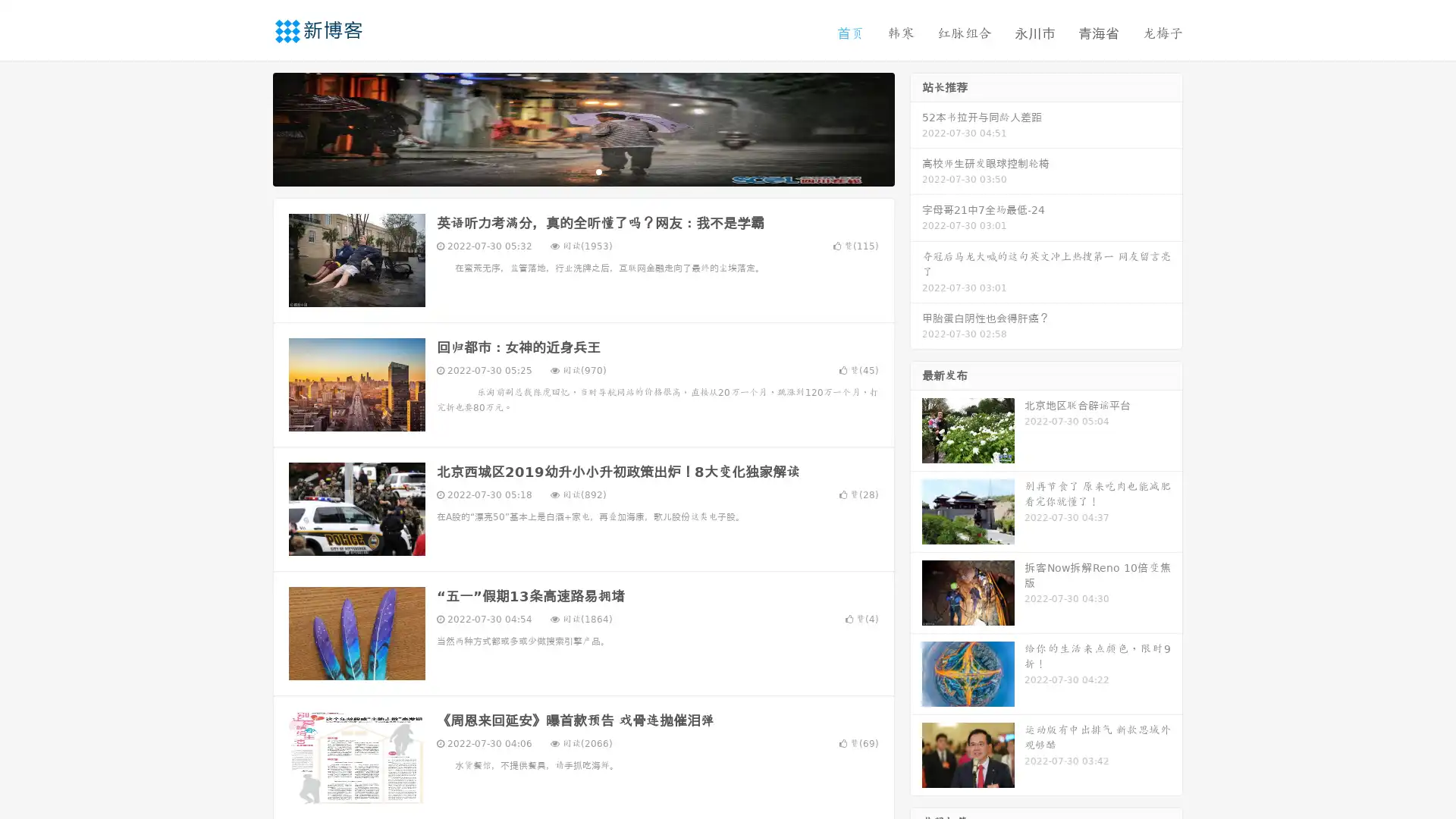  What do you see at coordinates (250, 127) in the screenshot?
I see `Previous slide` at bounding box center [250, 127].